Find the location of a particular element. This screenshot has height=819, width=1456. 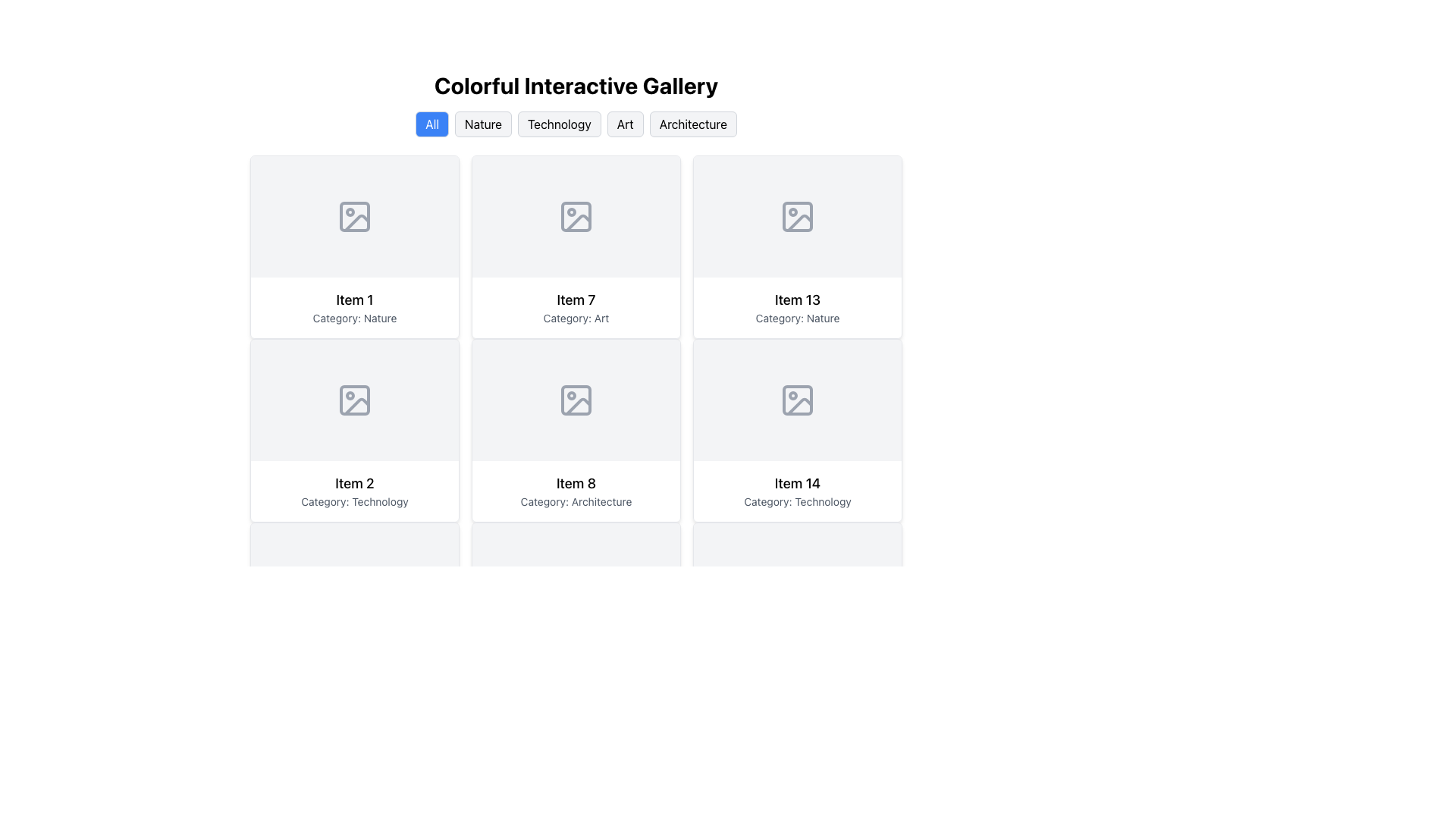

textual information block that describes 'Item 7' in the central column of the grid's second row is located at coordinates (575, 307).